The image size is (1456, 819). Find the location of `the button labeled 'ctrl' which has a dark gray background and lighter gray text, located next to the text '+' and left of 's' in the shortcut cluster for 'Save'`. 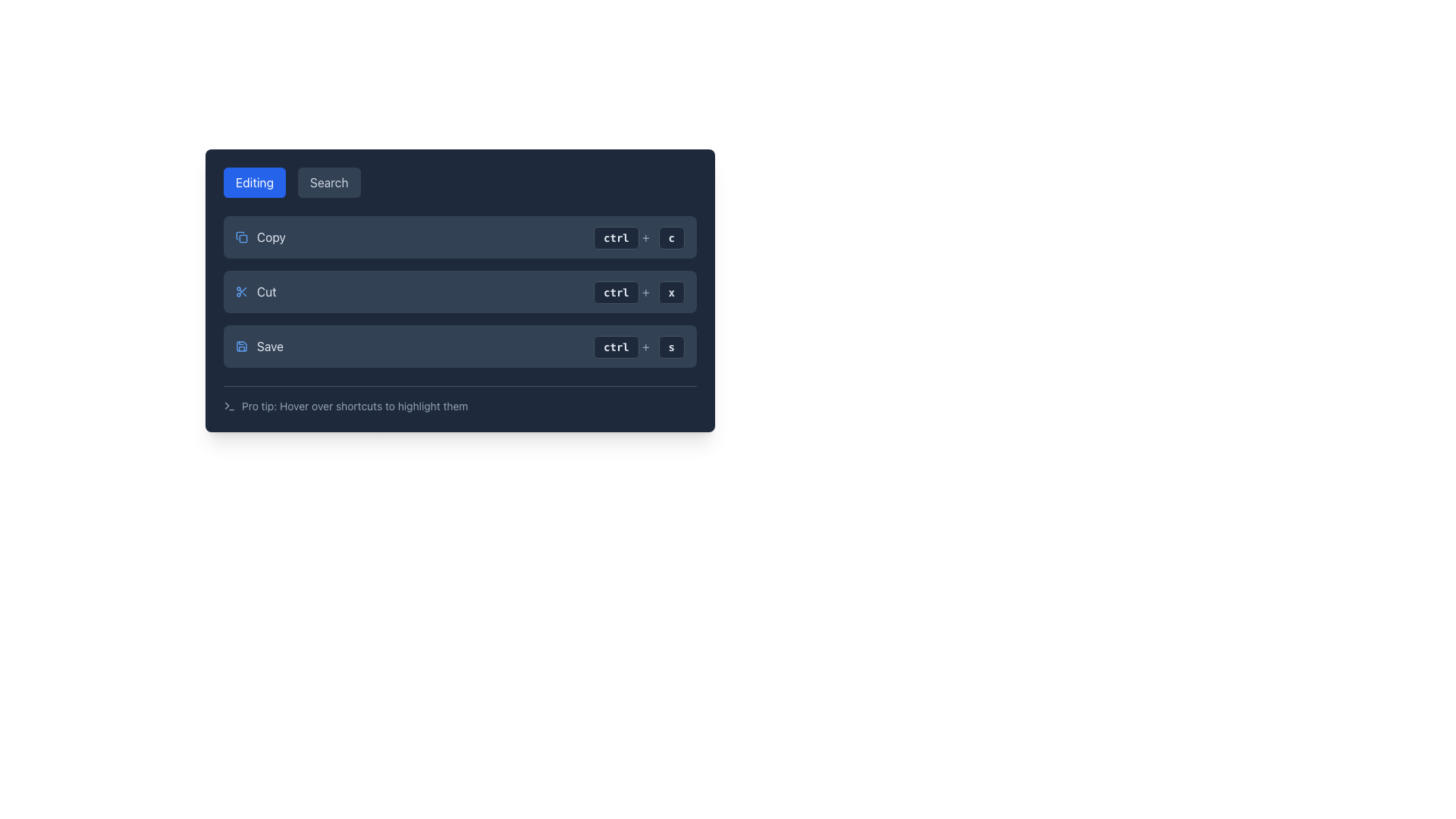

the button labeled 'ctrl' which has a dark gray background and lighter gray text, located next to the text '+' and left of 's' in the shortcut cluster for 'Save' is located at coordinates (616, 347).